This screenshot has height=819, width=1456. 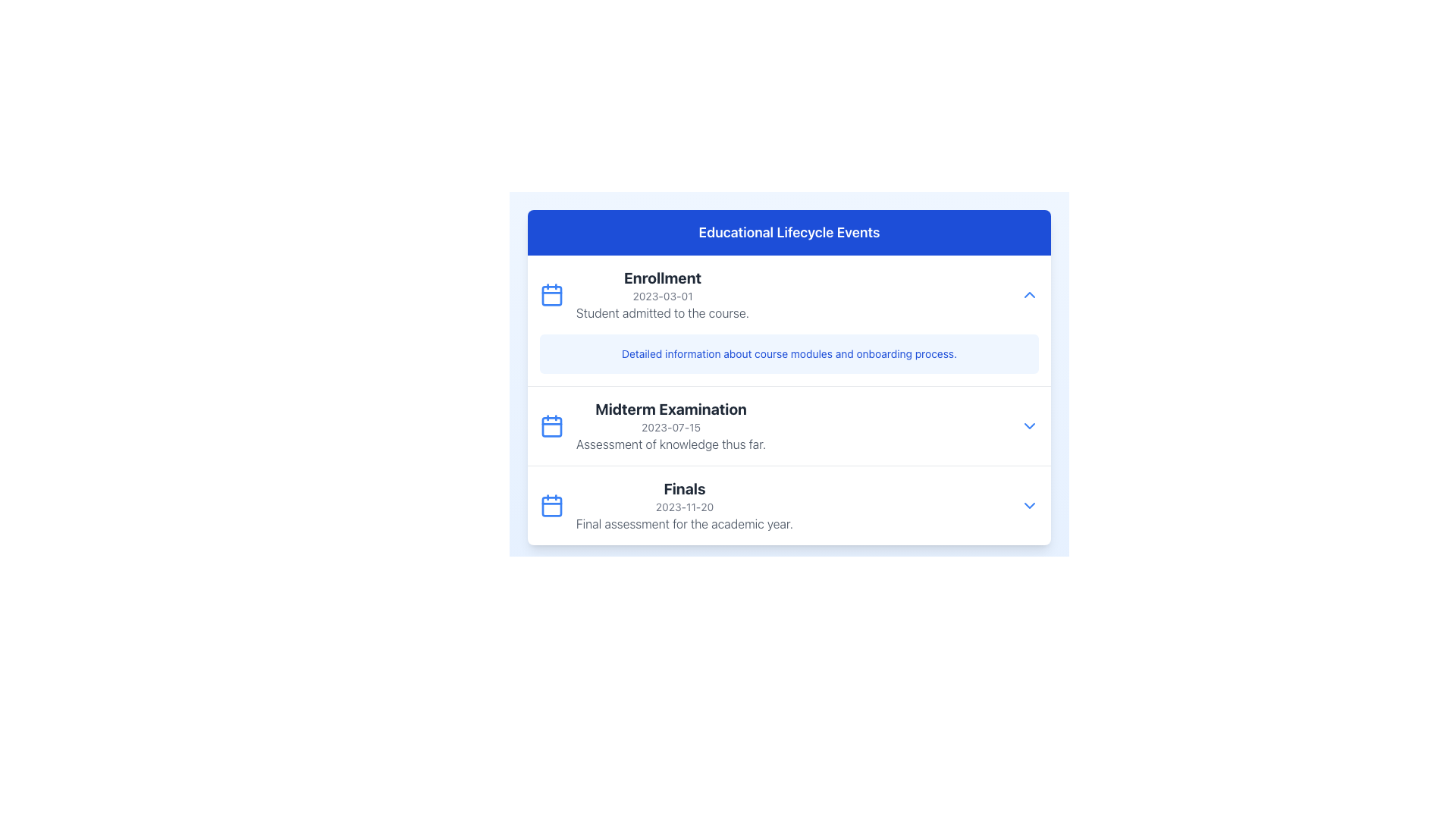 What do you see at coordinates (551, 426) in the screenshot?
I see `the calendar icon representing the date for the 'Midterm Examination', located to the far left of the title and textual information` at bounding box center [551, 426].